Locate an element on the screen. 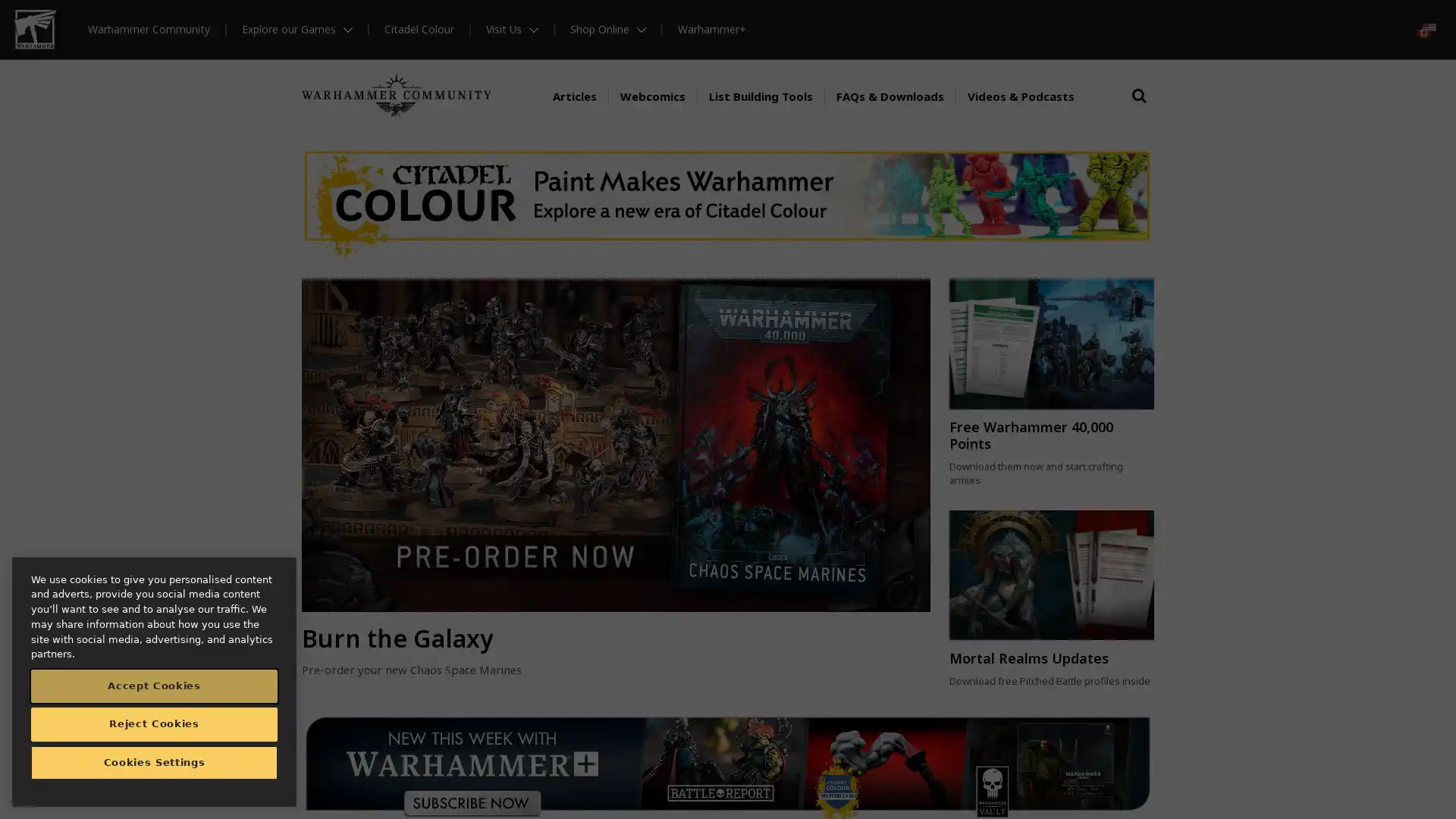 The width and height of the screenshot is (1456, 819). Search is located at coordinates (1139, 96).